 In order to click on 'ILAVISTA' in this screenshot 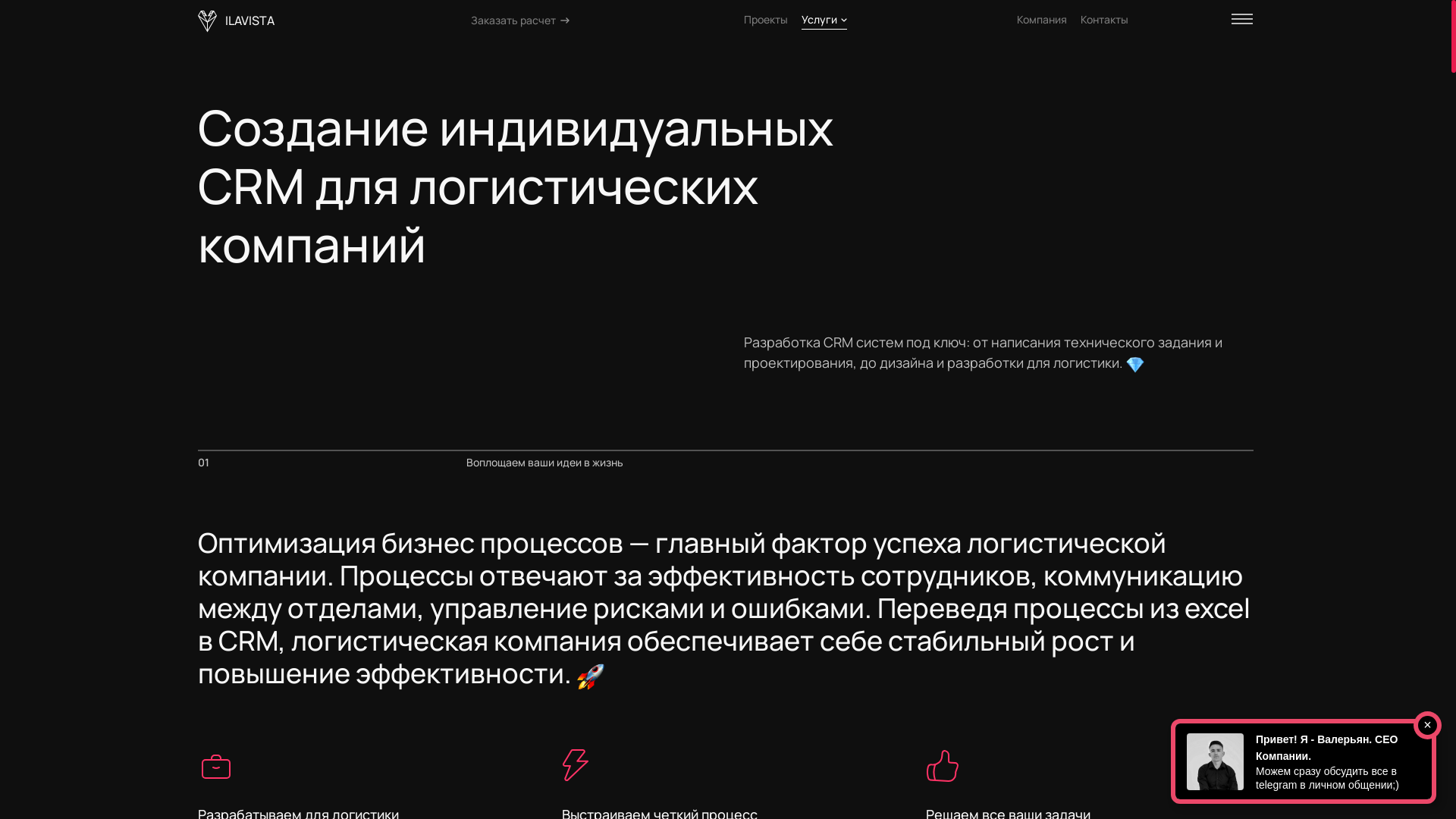, I will do `click(235, 21)`.